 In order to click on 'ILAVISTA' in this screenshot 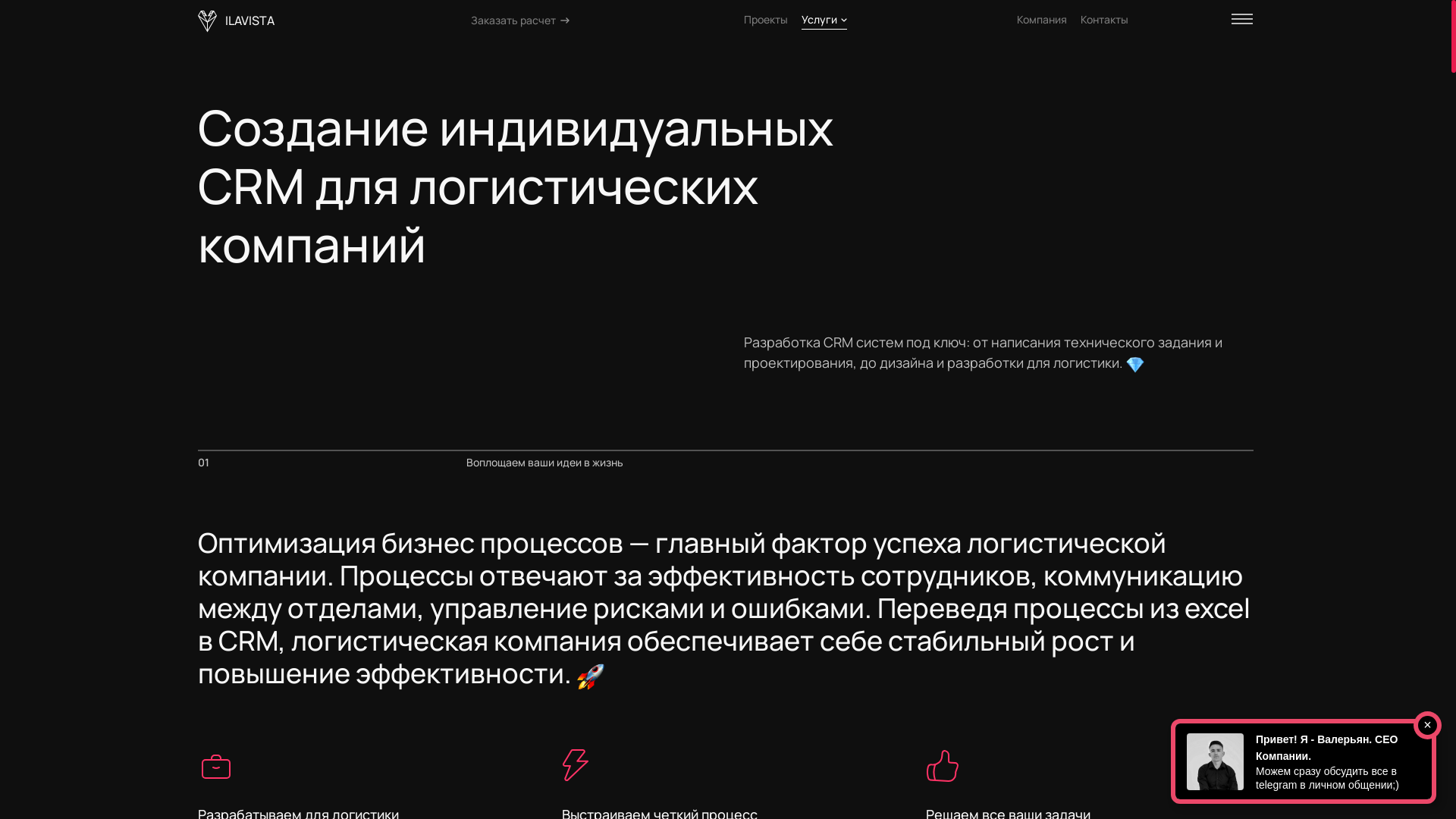, I will do `click(235, 21)`.